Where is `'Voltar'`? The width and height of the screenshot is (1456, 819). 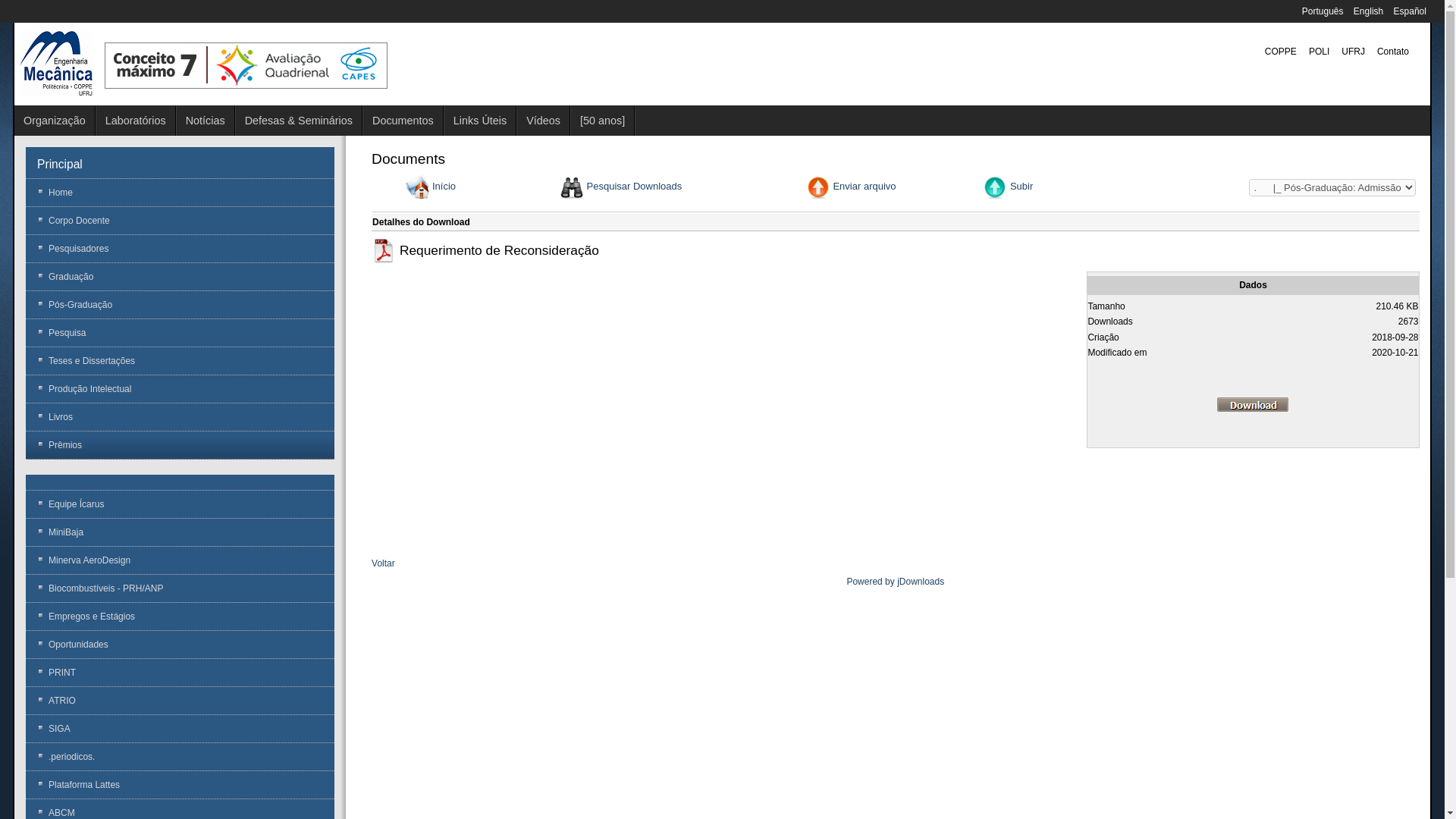
'Voltar' is located at coordinates (383, 563).